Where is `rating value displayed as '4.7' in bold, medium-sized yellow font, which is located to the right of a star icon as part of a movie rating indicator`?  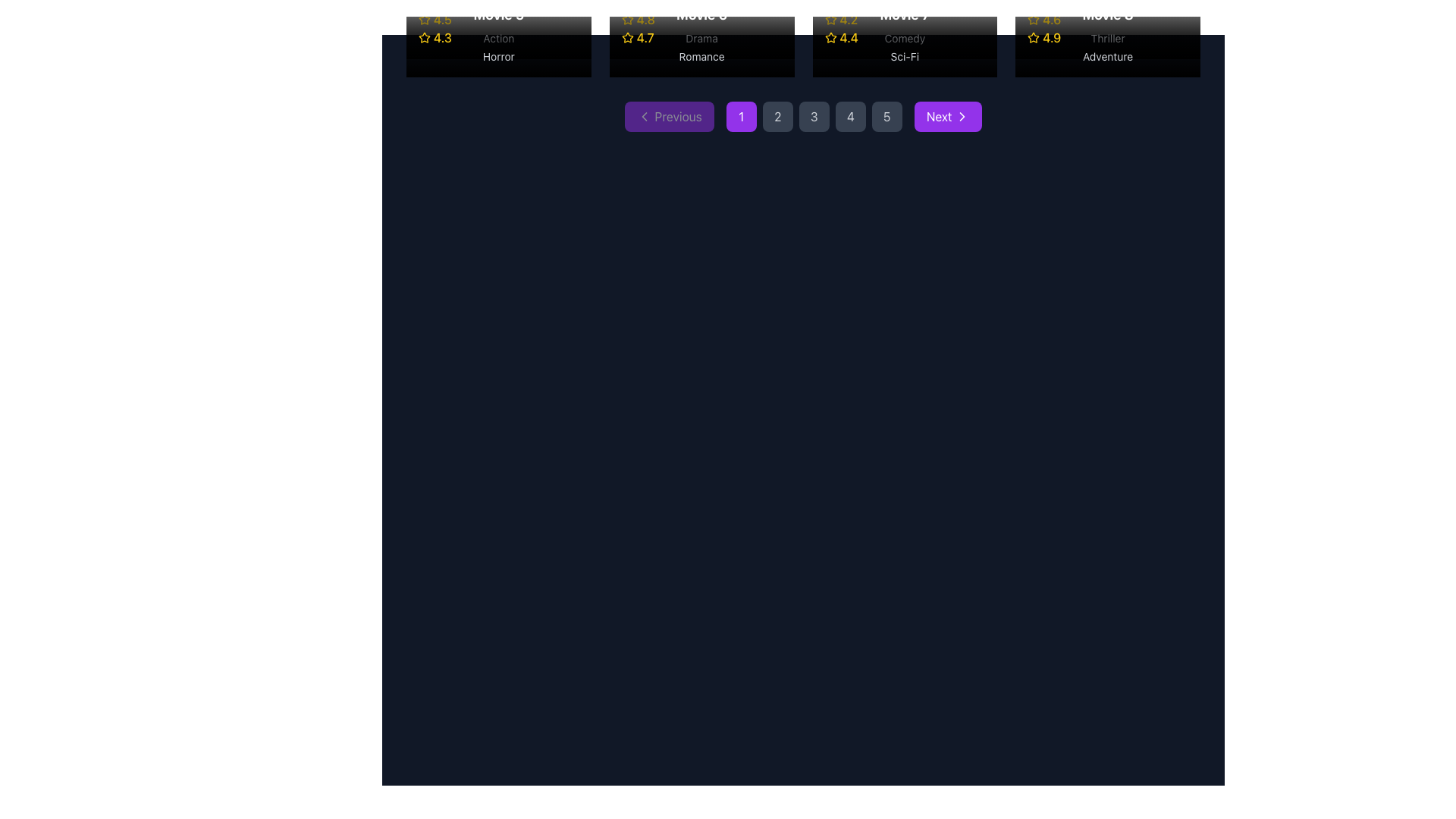 rating value displayed as '4.7' in bold, medium-sized yellow font, which is located to the right of a star icon as part of a movie rating indicator is located at coordinates (645, 37).